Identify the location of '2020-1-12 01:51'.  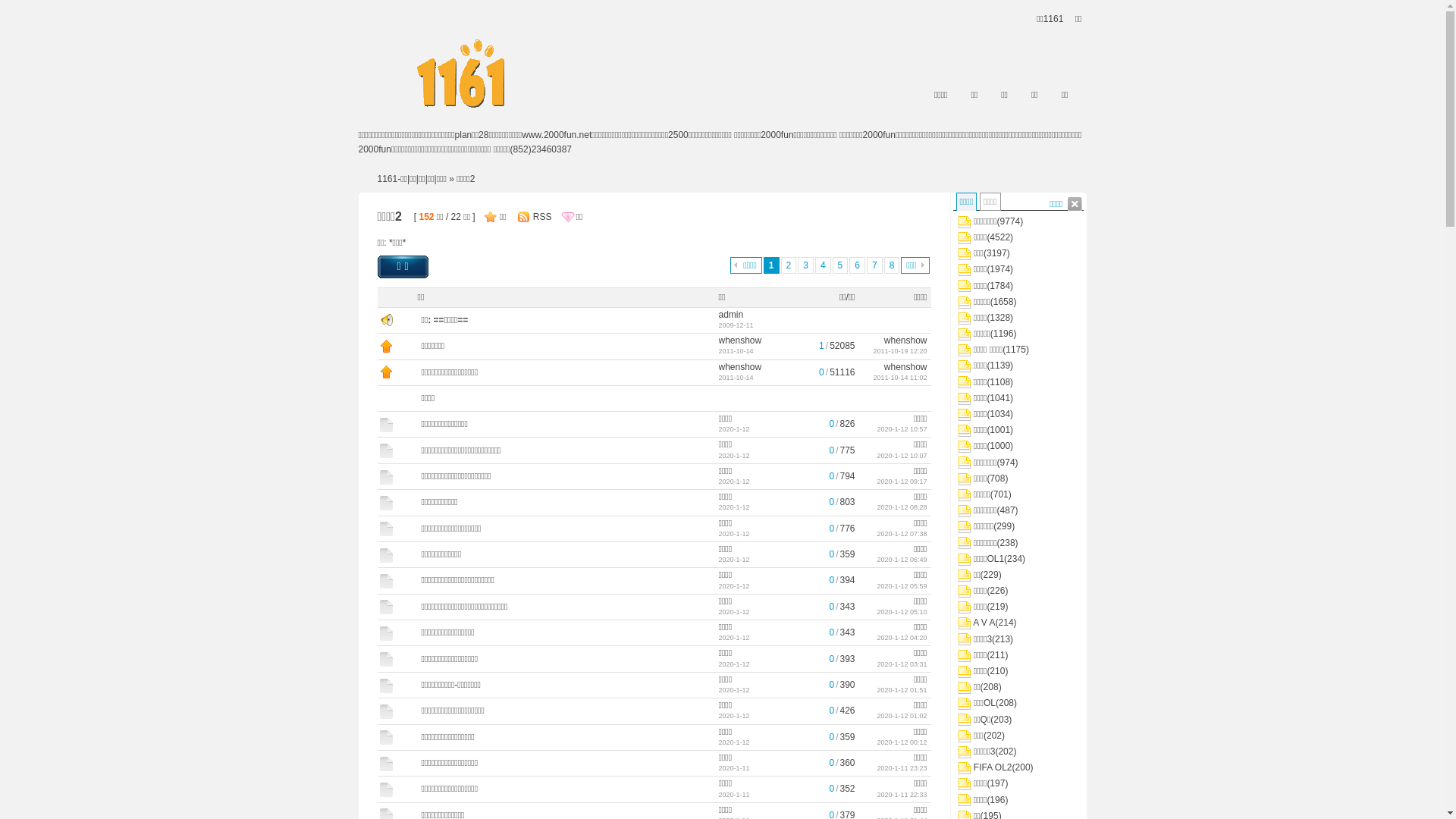
(902, 690).